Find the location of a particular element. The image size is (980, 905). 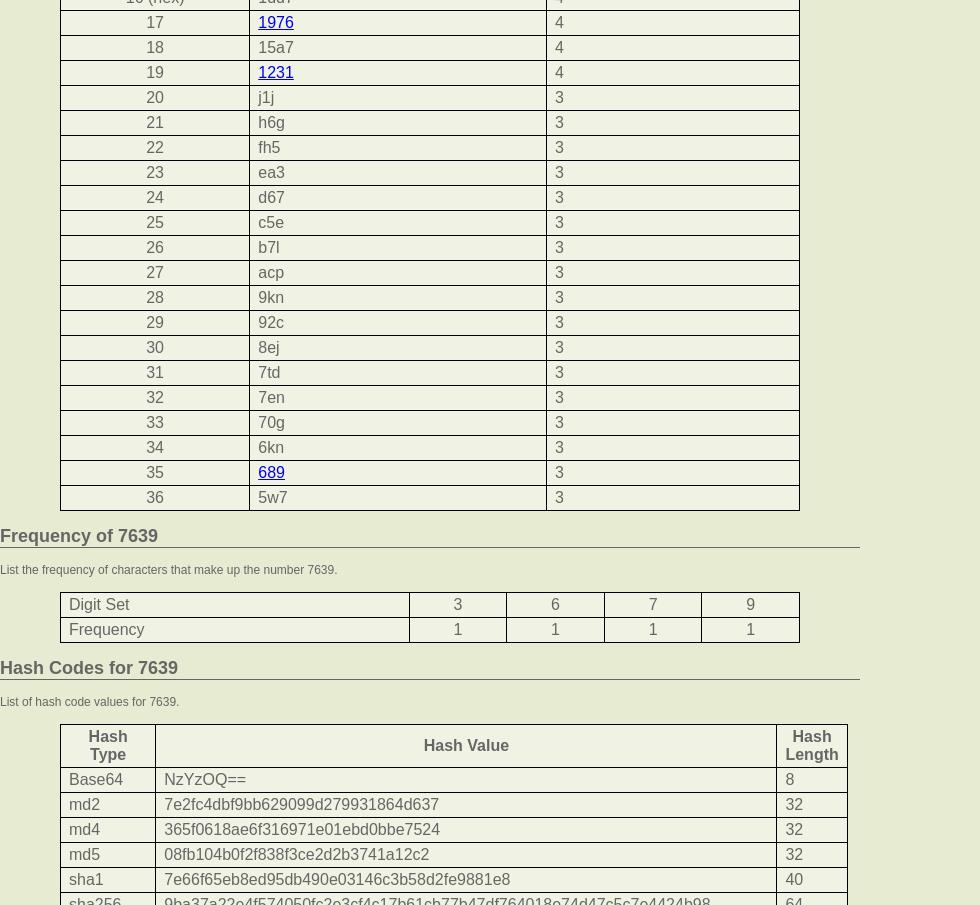

'7td' is located at coordinates (269, 372).